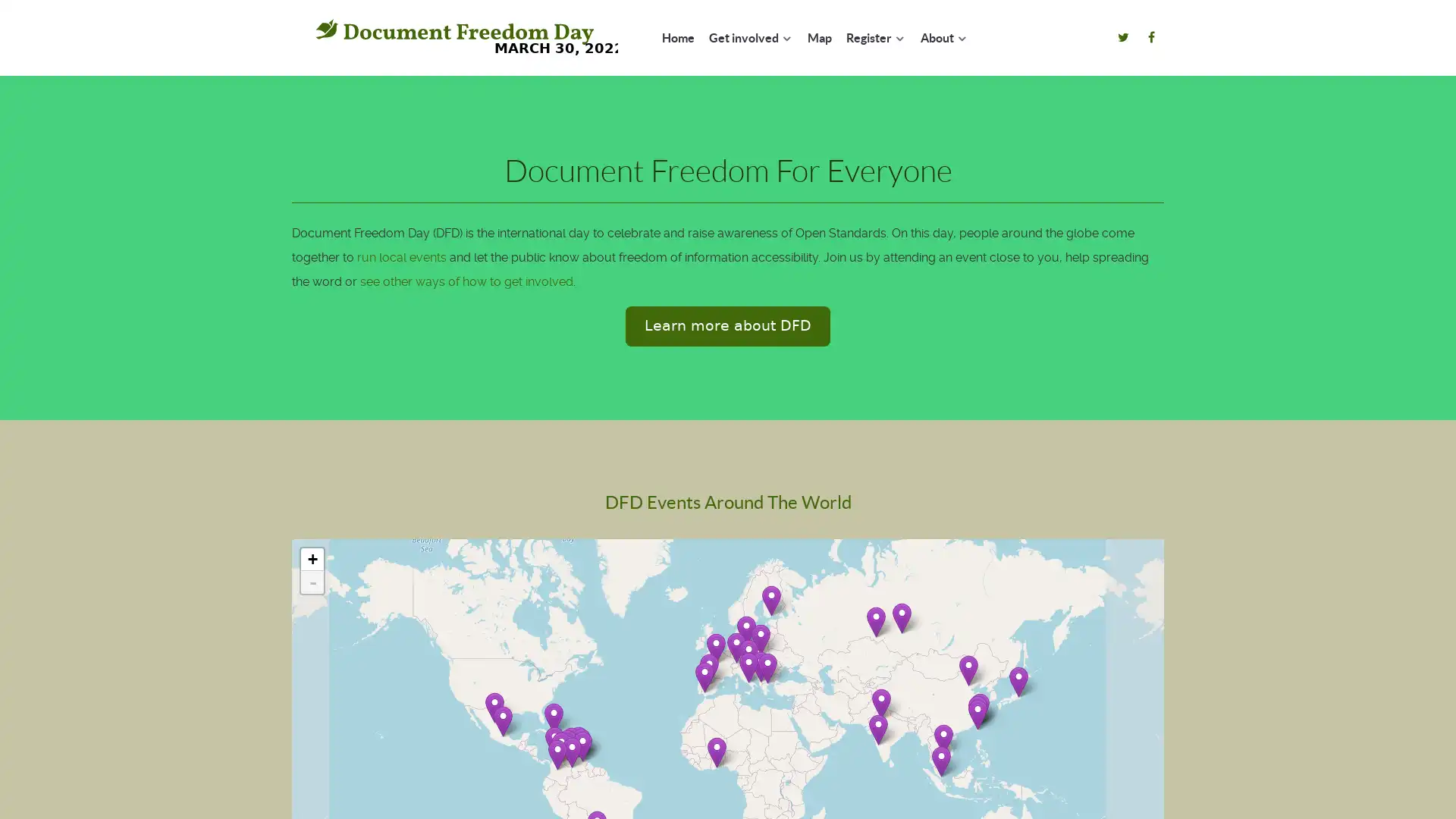 The height and width of the screenshot is (819, 1456). What do you see at coordinates (312, 581) in the screenshot?
I see `Zoom out` at bounding box center [312, 581].